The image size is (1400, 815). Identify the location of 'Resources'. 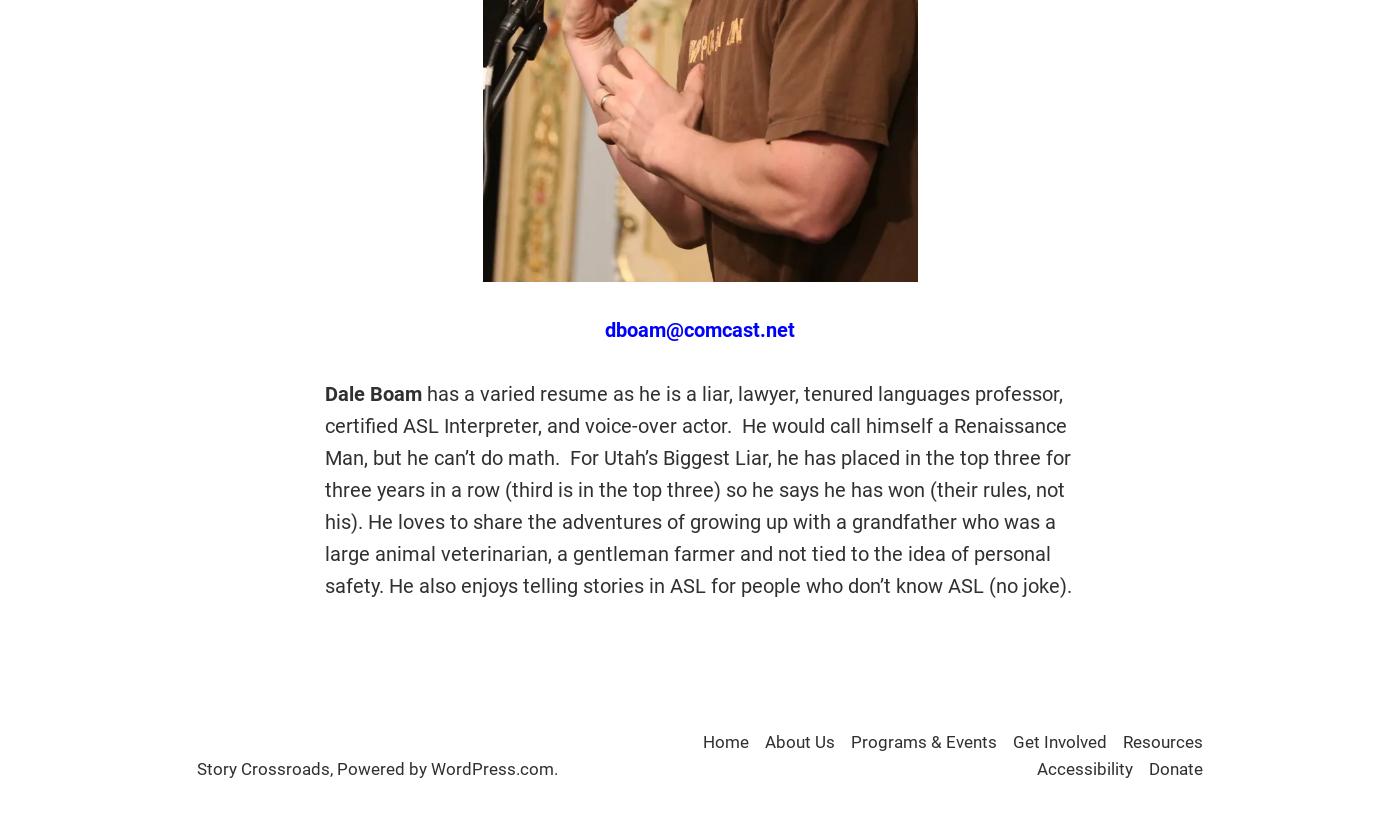
(1122, 741).